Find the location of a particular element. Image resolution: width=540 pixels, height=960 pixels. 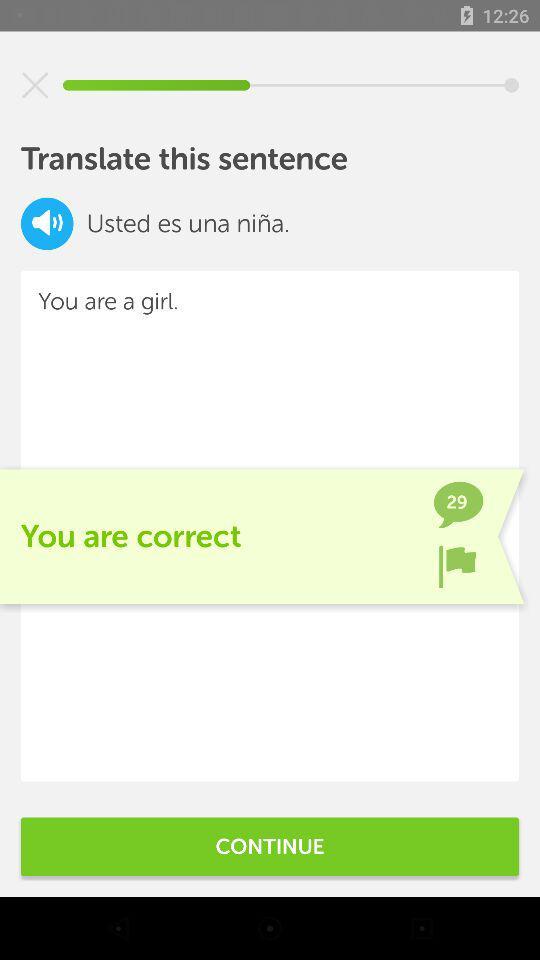

the volume icon is located at coordinates (47, 223).